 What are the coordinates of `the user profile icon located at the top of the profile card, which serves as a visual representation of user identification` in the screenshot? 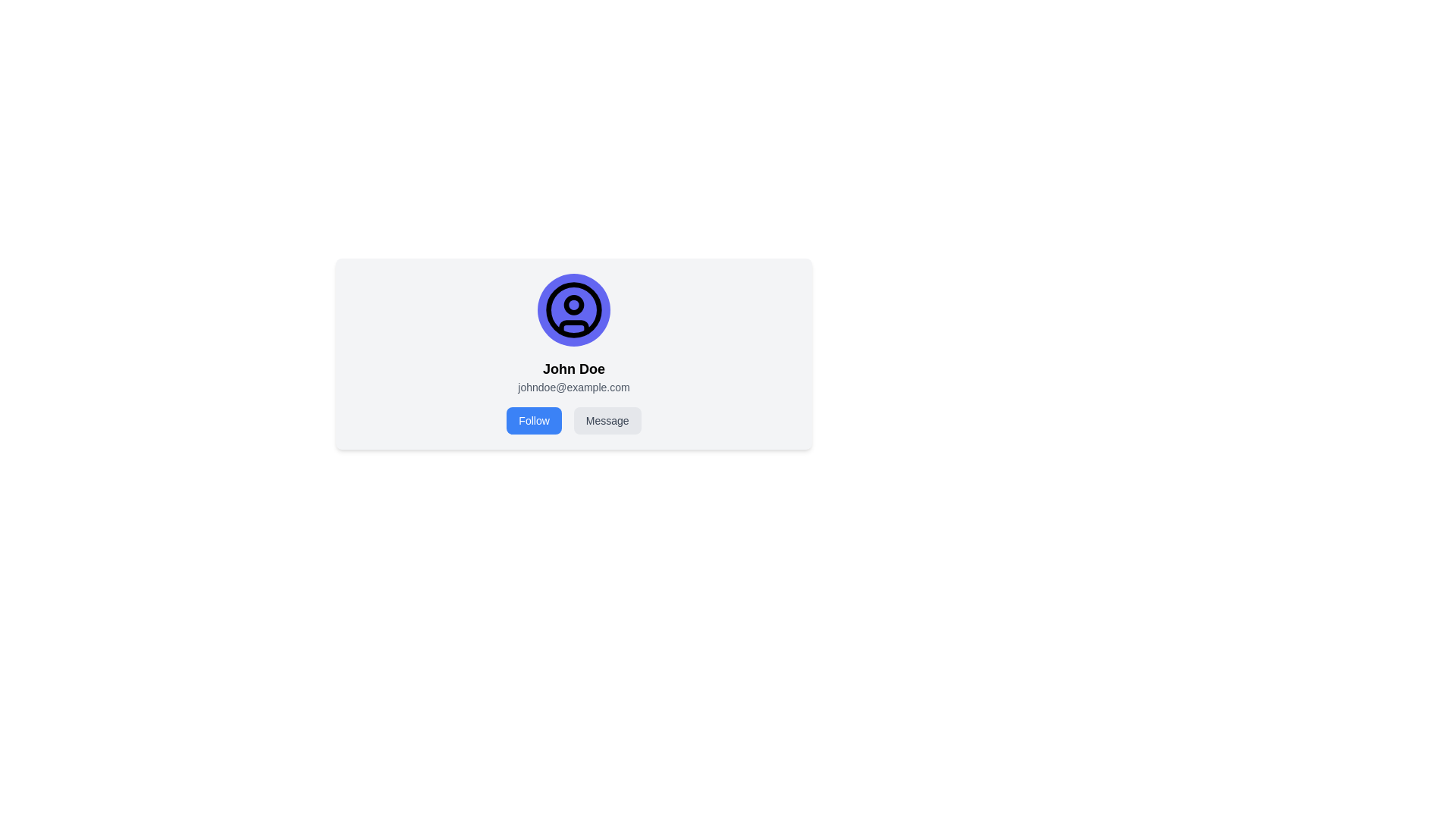 It's located at (573, 309).